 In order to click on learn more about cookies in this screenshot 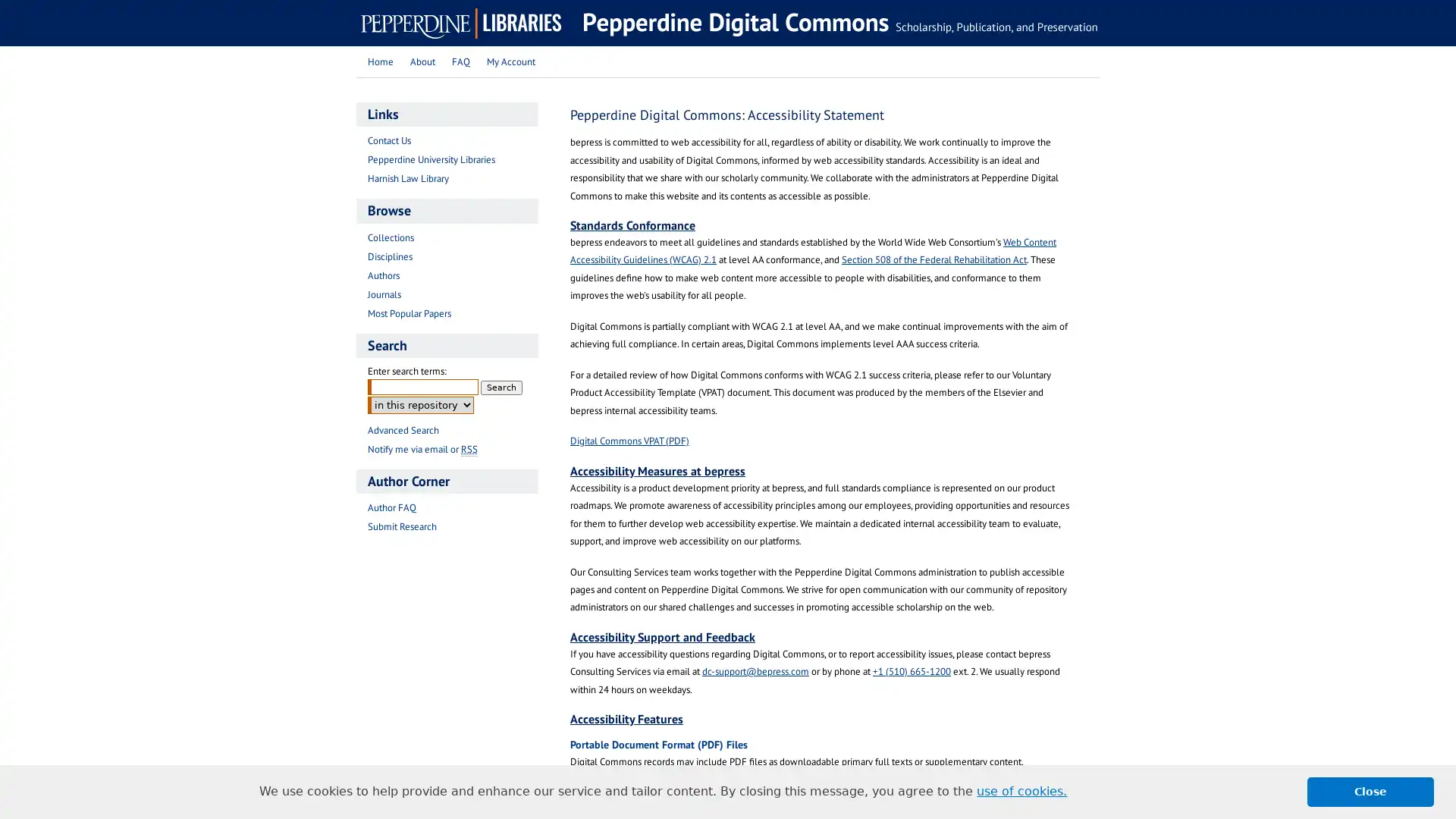, I will do `click(1021, 791)`.